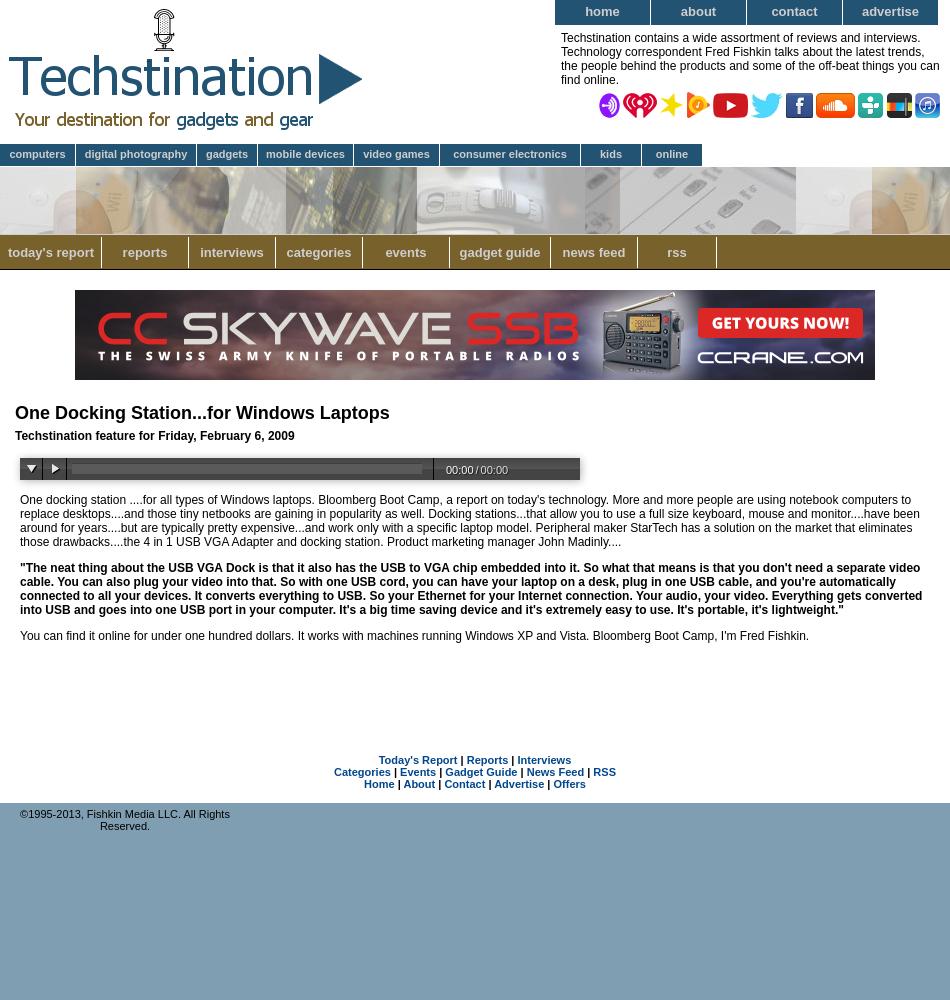 The height and width of the screenshot is (1000, 950). I want to click on 'Offers', so click(552, 784).